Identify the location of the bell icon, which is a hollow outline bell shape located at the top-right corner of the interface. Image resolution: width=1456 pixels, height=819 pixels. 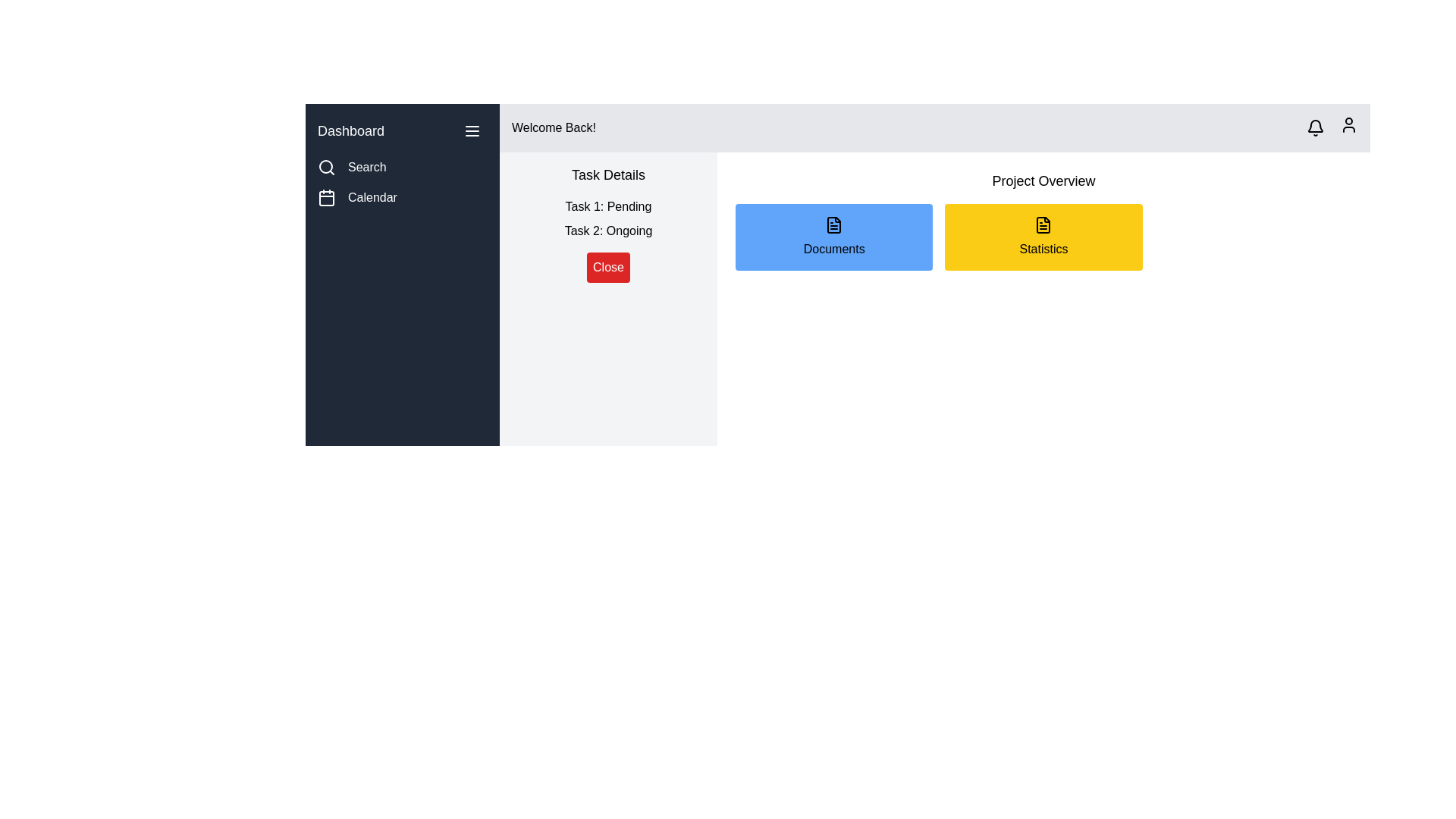
(1314, 127).